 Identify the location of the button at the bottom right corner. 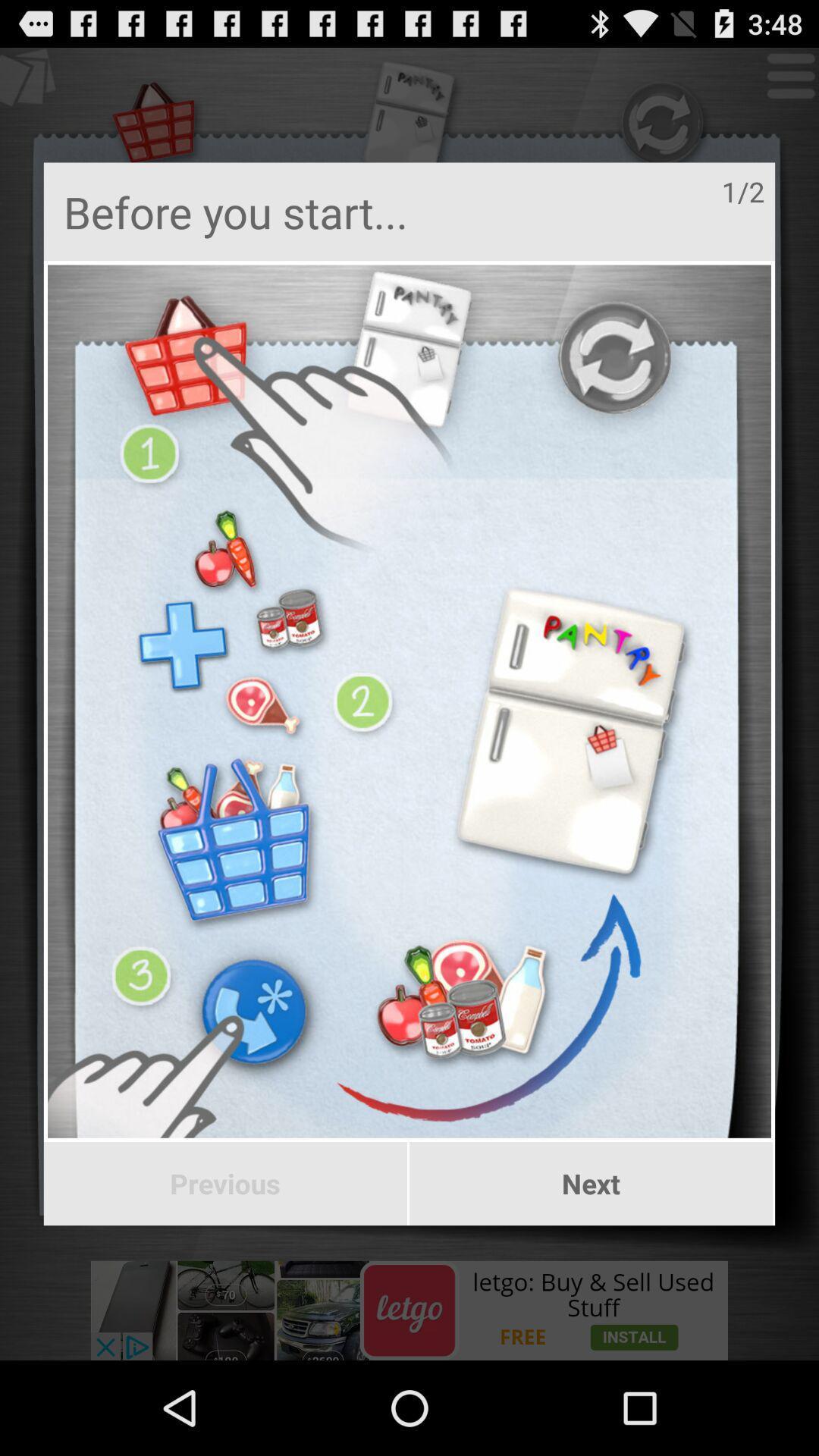
(590, 1183).